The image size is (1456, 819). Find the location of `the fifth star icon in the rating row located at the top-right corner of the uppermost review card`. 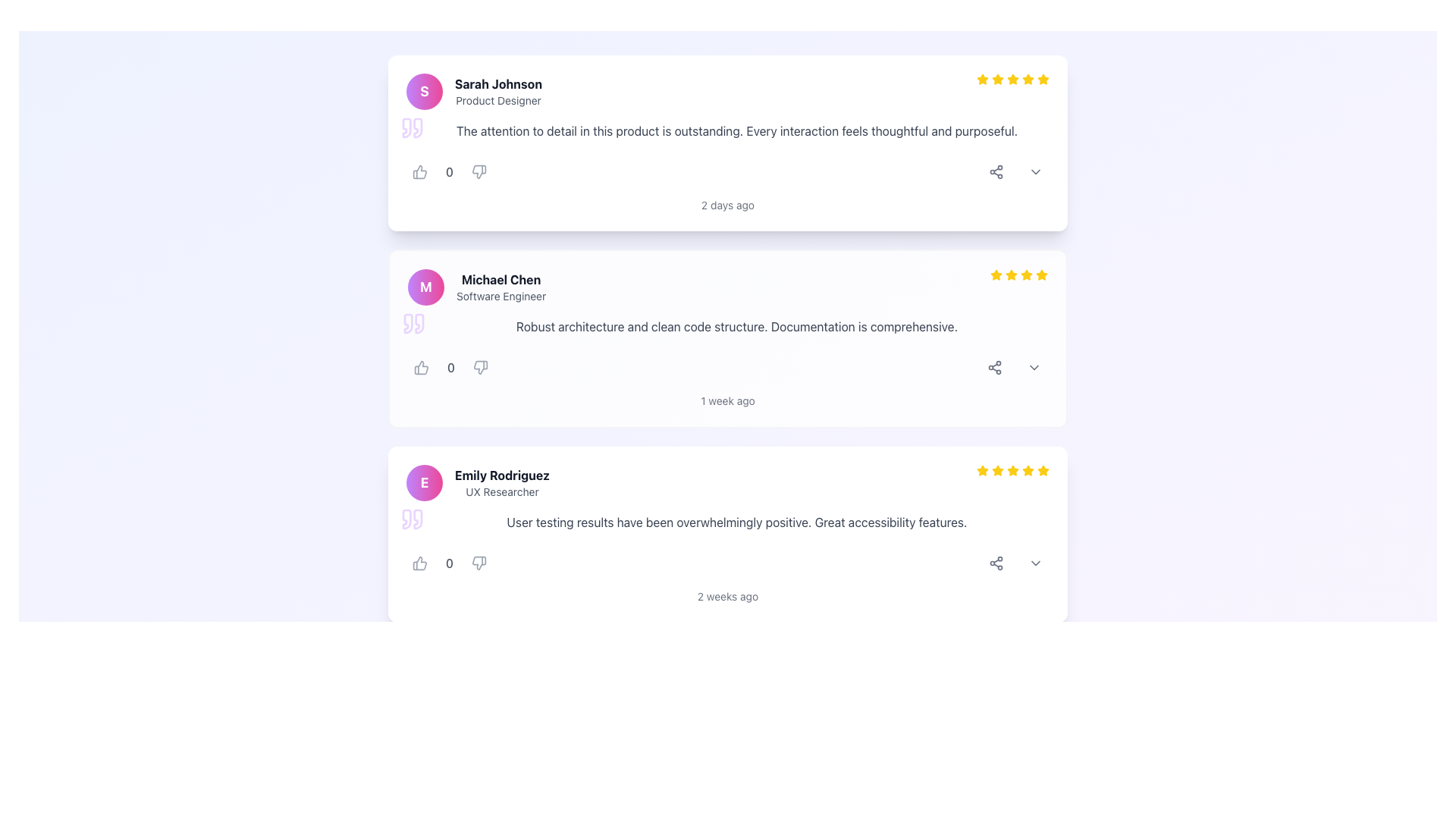

the fifth star icon in the rating row located at the top-right corner of the uppermost review card is located at coordinates (1043, 79).